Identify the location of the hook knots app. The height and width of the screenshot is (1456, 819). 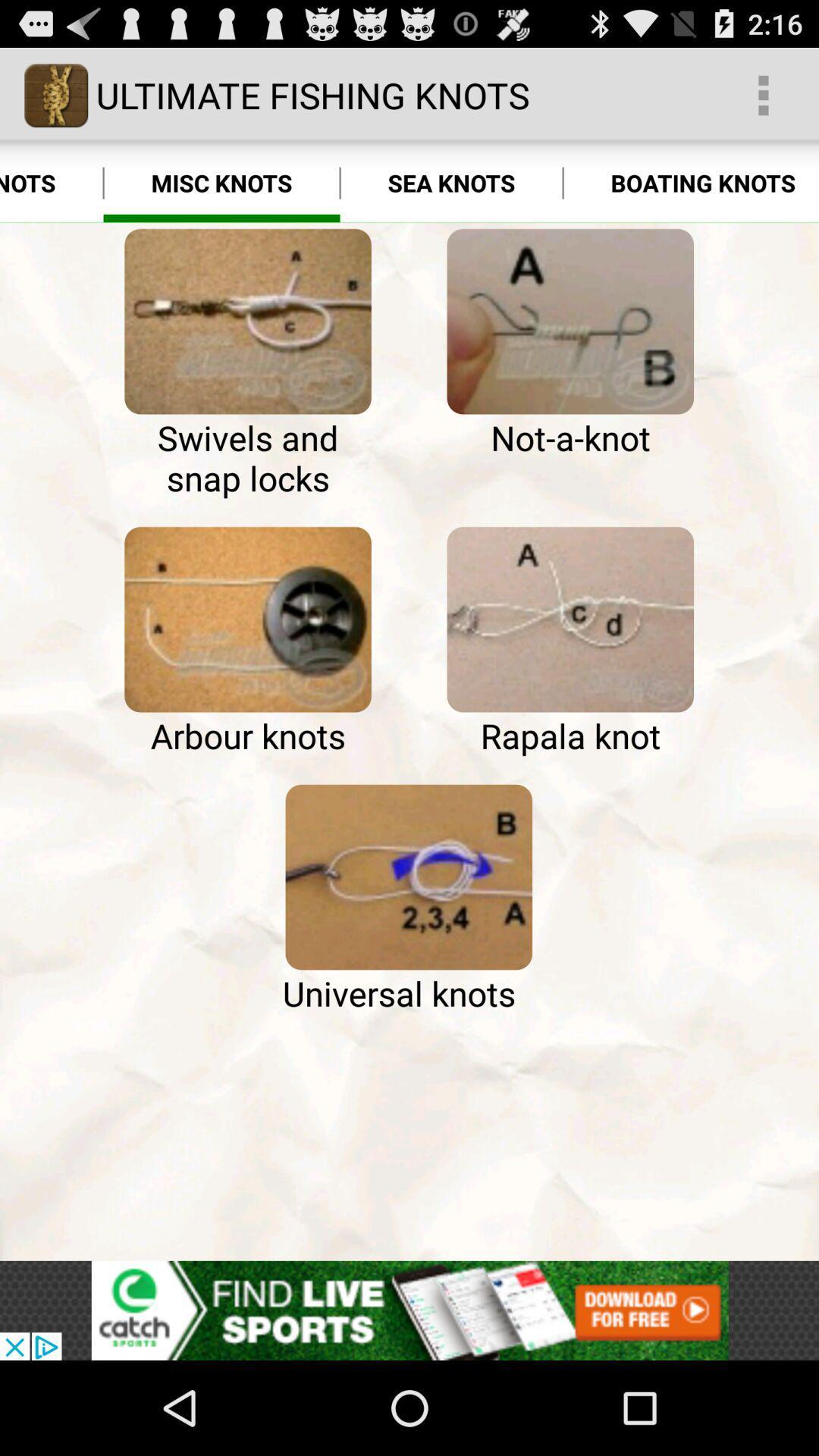
(51, 182).